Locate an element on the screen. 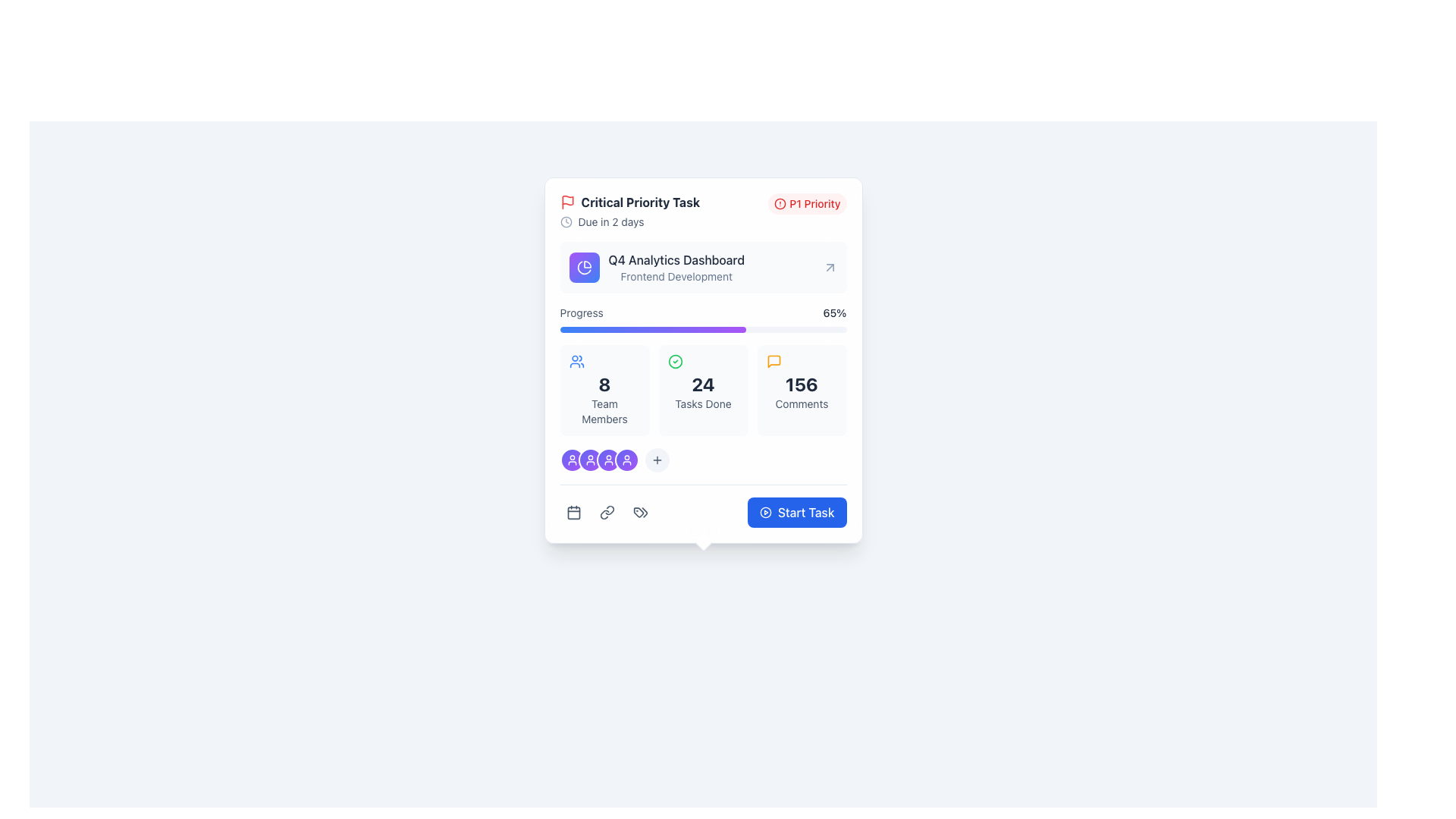 The height and width of the screenshot is (819, 1456). the status icon representing completed tasks, which is located to the left of the number '24' and above the text 'Tasks Done' in the dashboard card interface is located at coordinates (674, 362).